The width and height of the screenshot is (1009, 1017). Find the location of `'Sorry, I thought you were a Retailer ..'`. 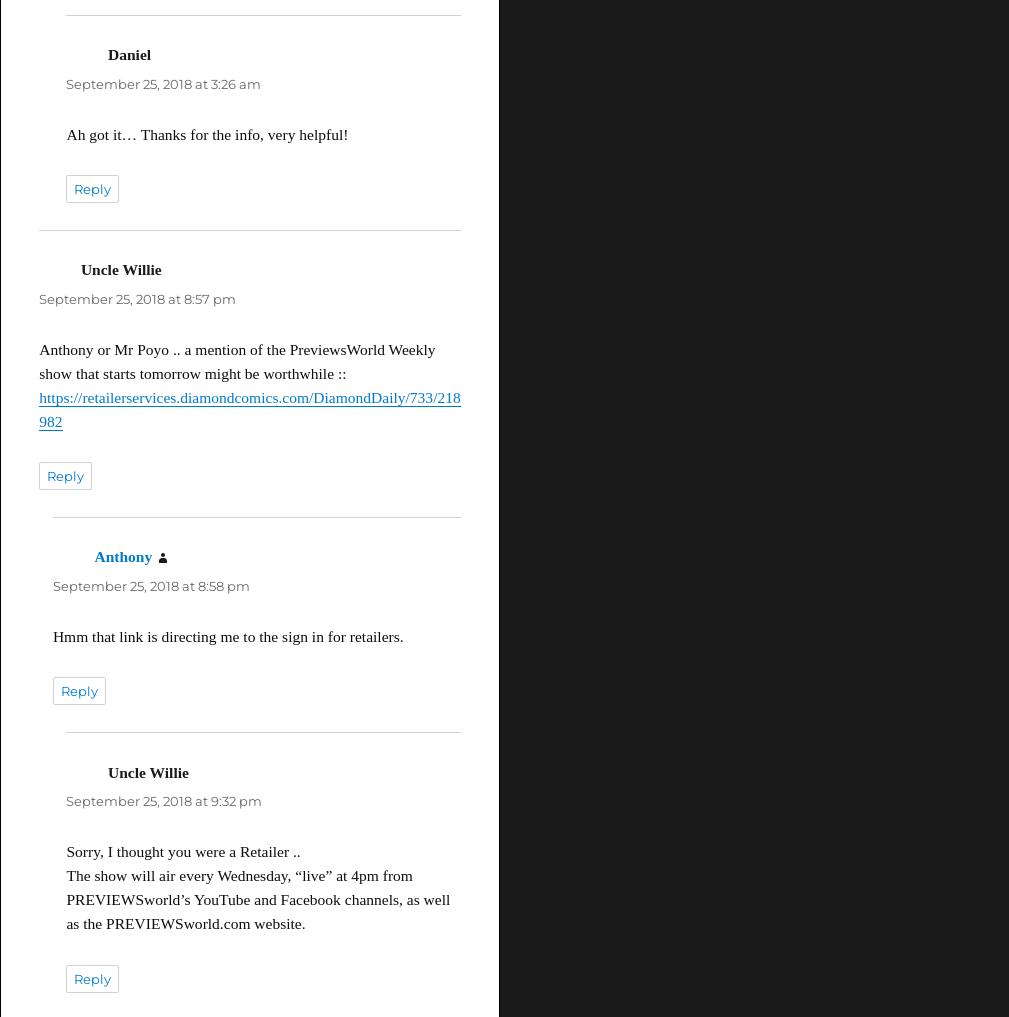

'Sorry, I thought you were a Retailer ..' is located at coordinates (182, 851).